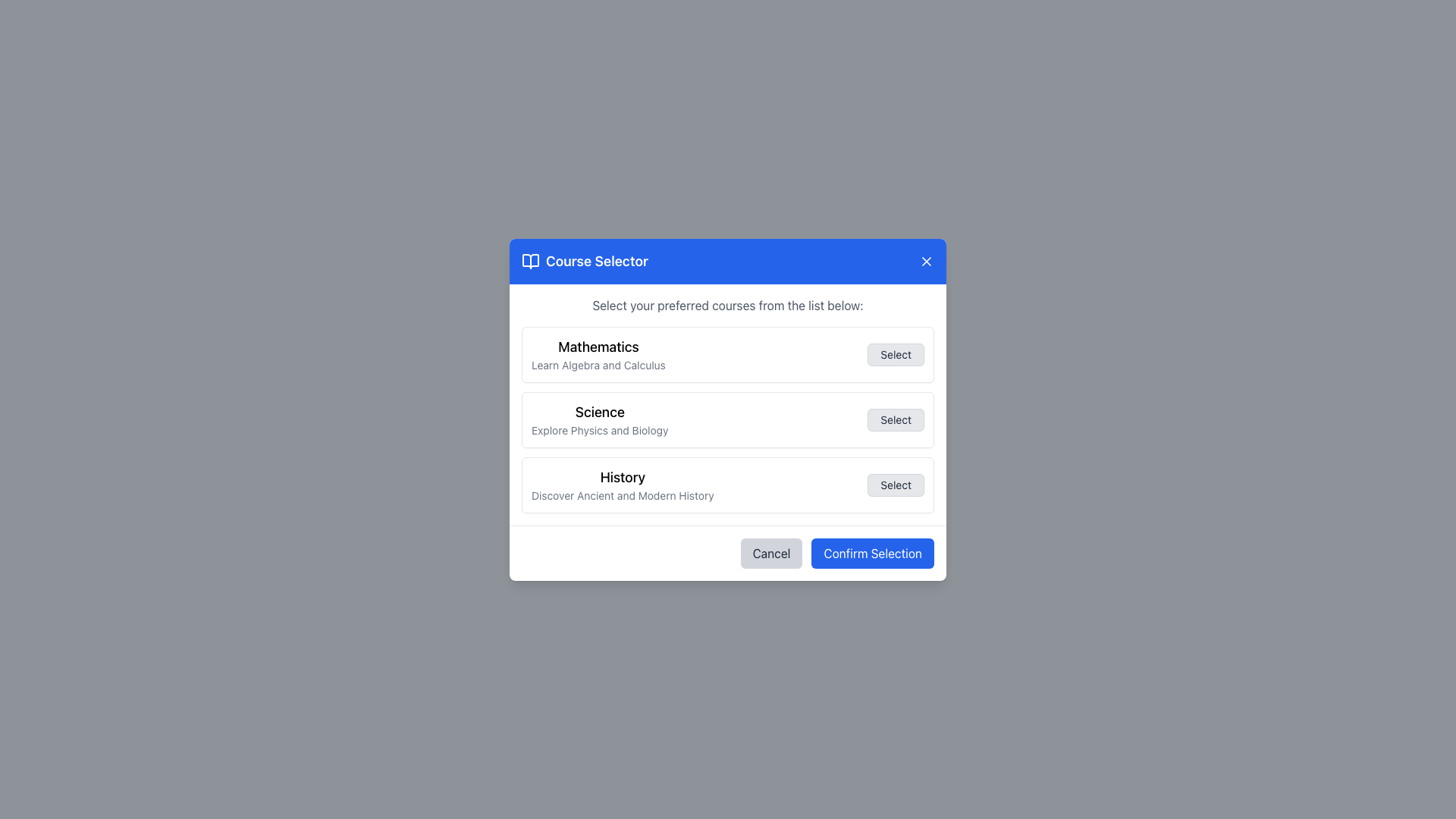 This screenshot has width=1456, height=819. What do you see at coordinates (598, 354) in the screenshot?
I see `text from the course option element titled 'Mathematics' which provides a description 'Learn Algebra and Calculus' in the upper section of the modal's course options` at bounding box center [598, 354].